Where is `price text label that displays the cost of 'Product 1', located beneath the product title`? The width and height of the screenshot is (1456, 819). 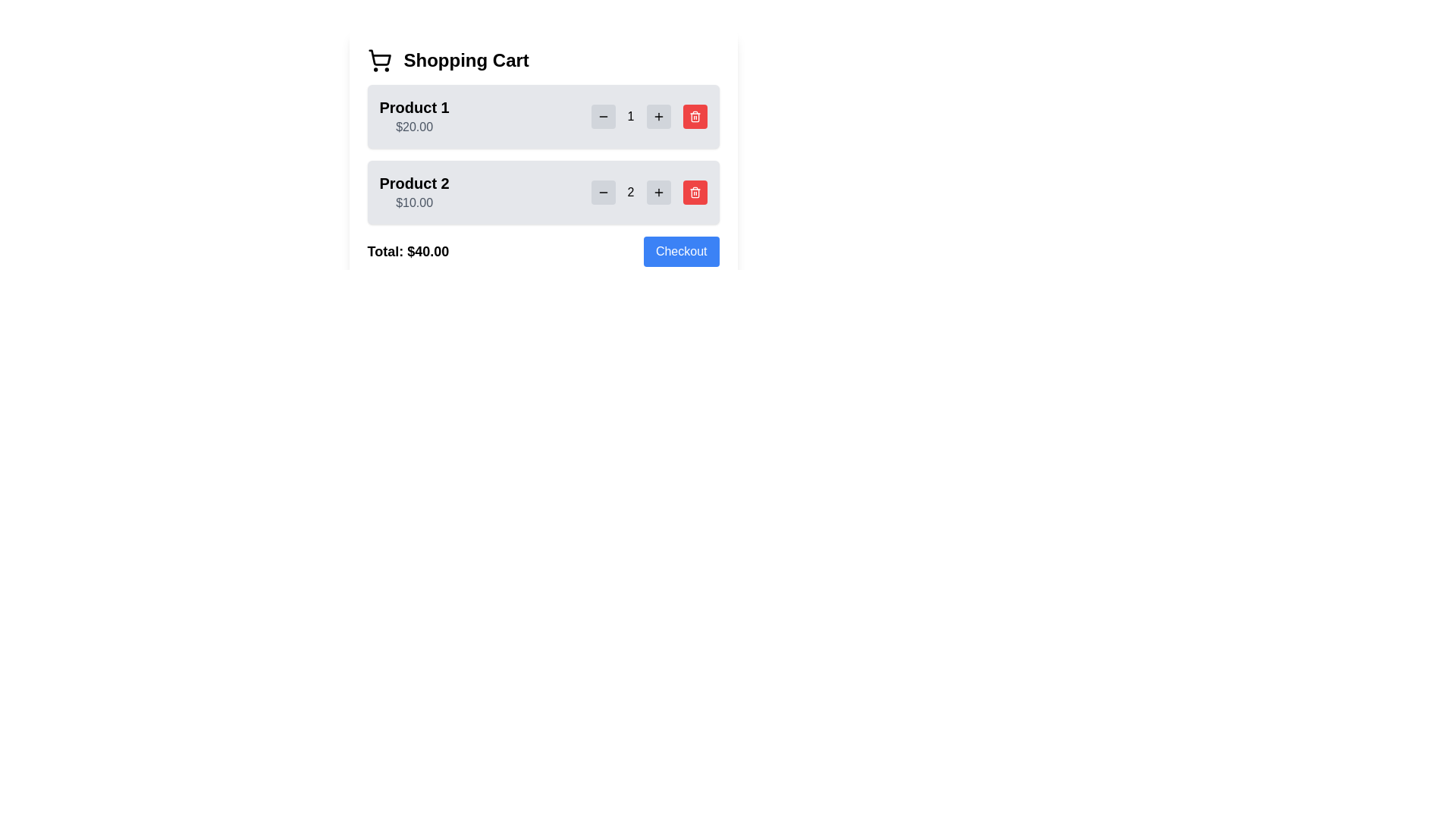 price text label that displays the cost of 'Product 1', located beneath the product title is located at coordinates (414, 126).